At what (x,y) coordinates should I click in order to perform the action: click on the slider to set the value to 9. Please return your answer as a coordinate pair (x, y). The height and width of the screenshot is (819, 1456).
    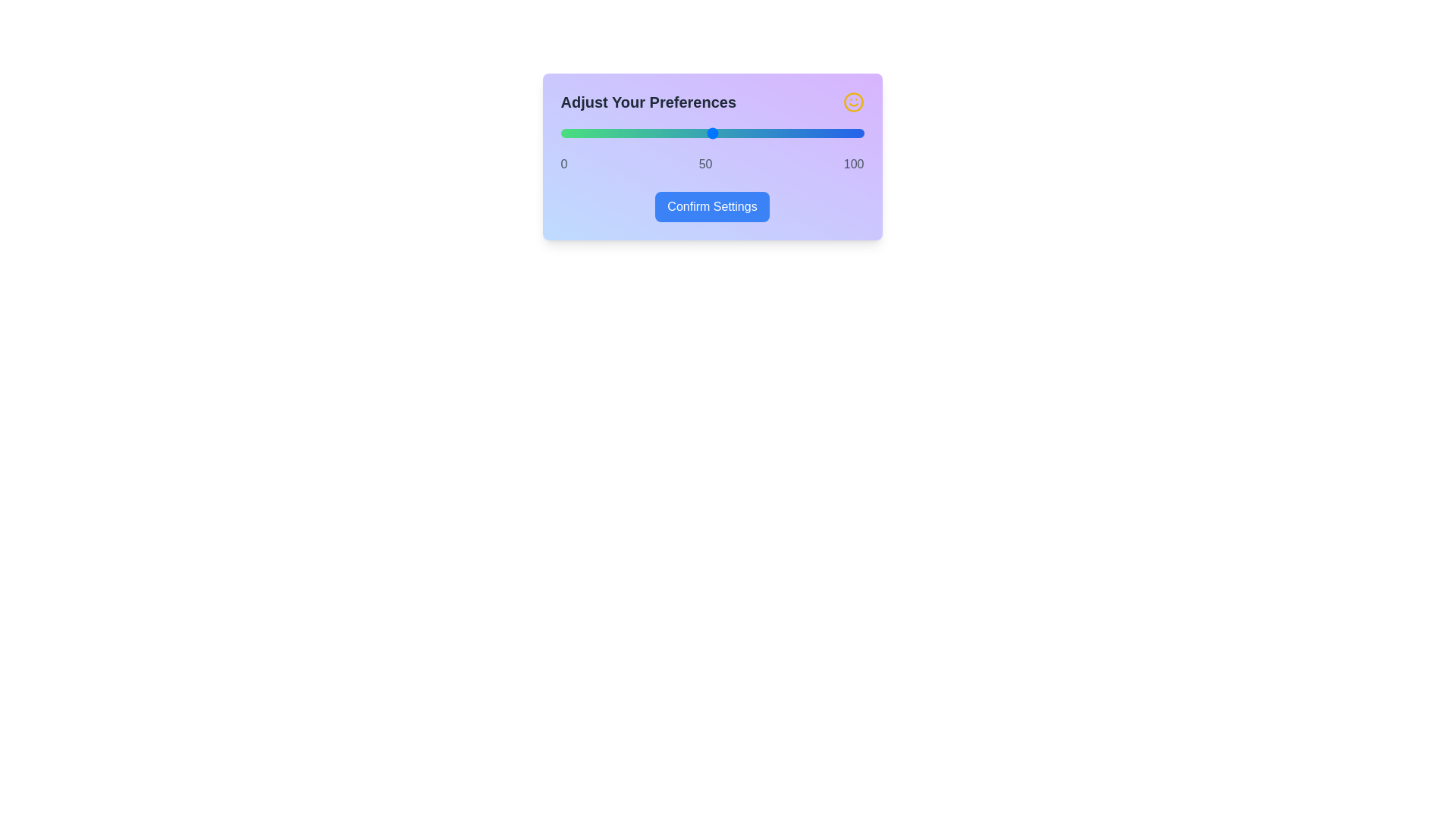
    Looking at the image, I should click on (587, 133).